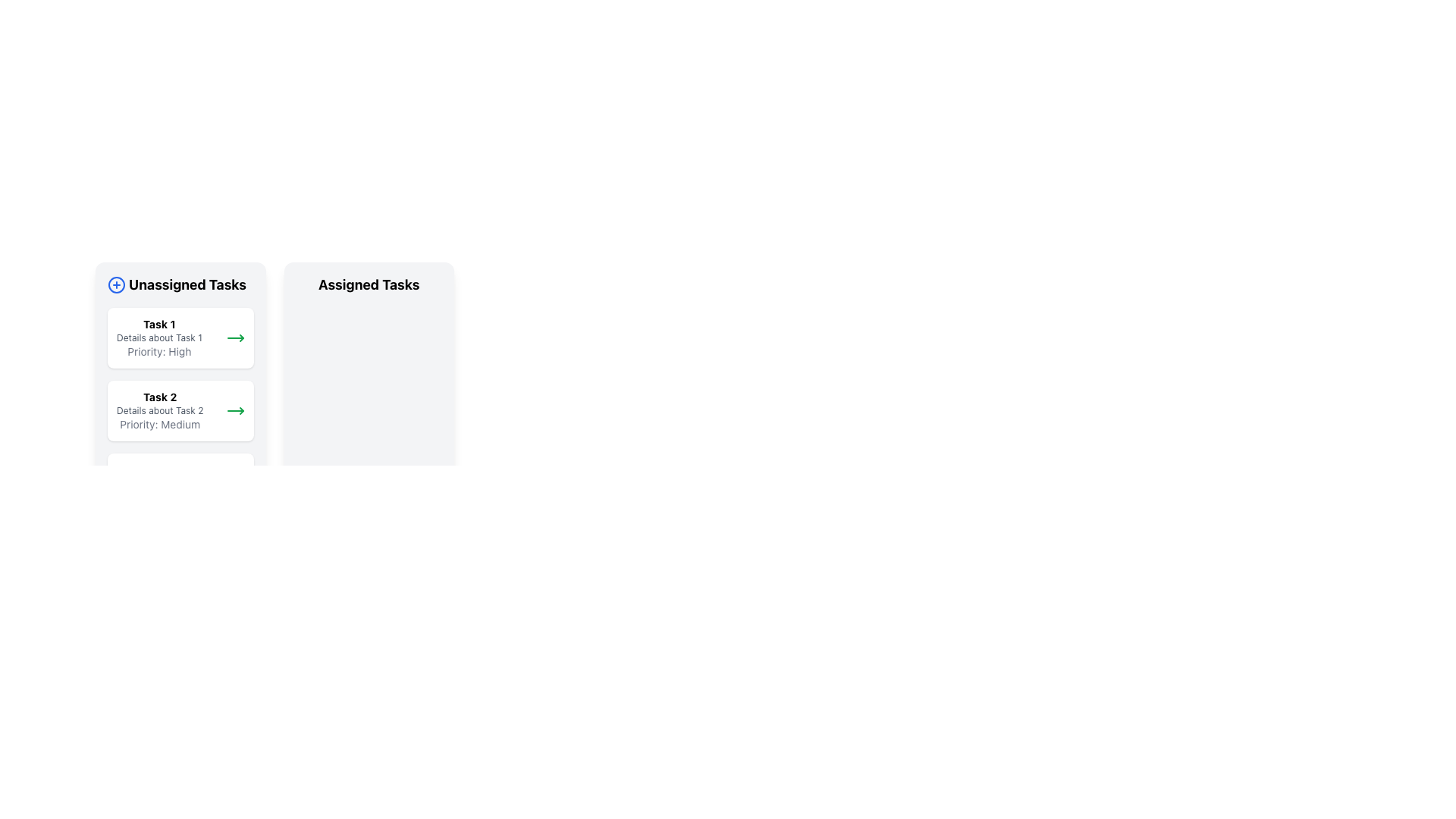 This screenshot has width=1456, height=819. Describe the element at coordinates (115, 284) in the screenshot. I see `the SVG Circle associated with the 'circle-plus' class, located above 'Unassigned Tasks' in the left panel of the interface` at that location.